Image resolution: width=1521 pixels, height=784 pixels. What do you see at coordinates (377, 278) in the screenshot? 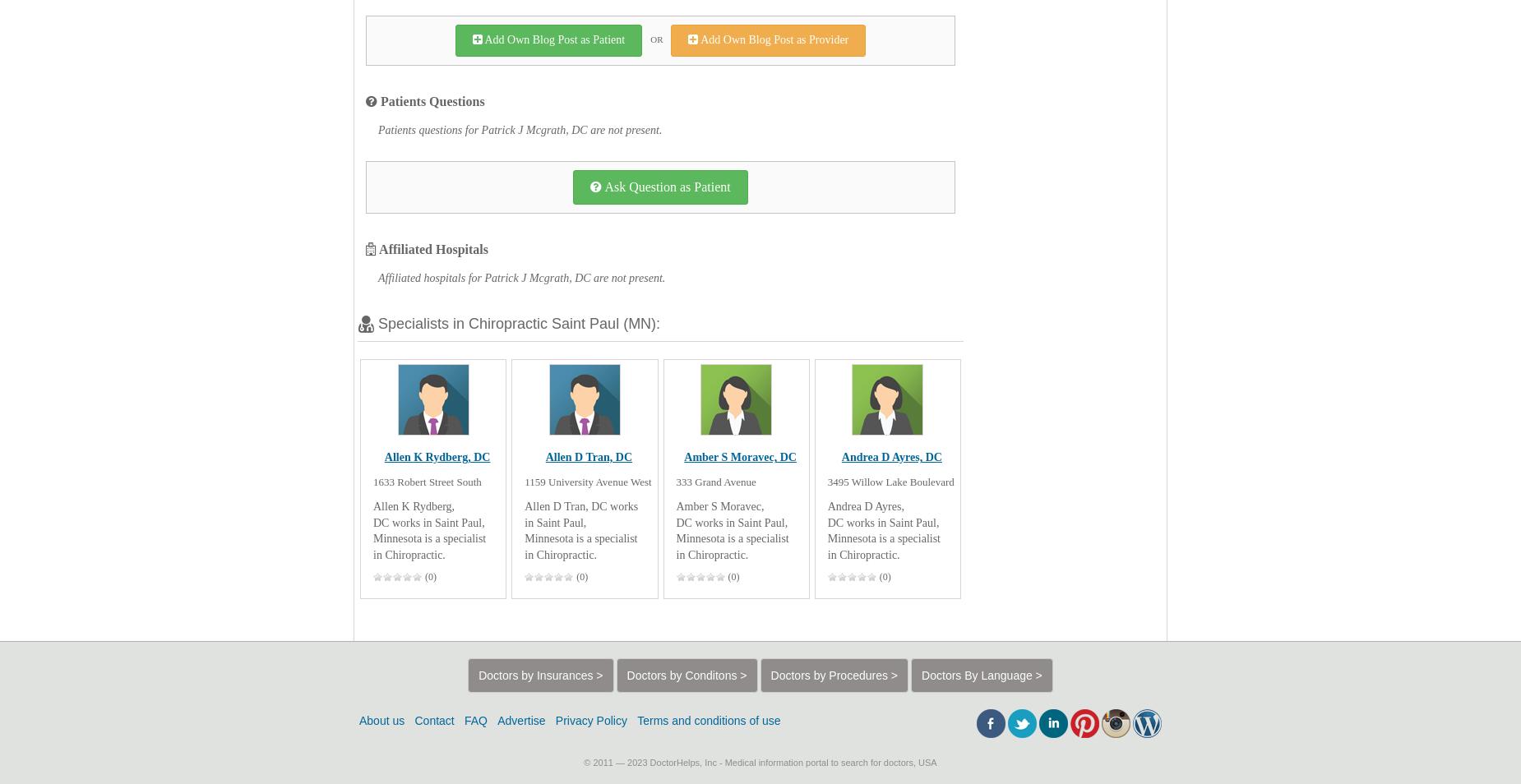
I see `'Affiliated hospitals for Patrick J Mcgrath, DC are not present.'` at bounding box center [377, 278].